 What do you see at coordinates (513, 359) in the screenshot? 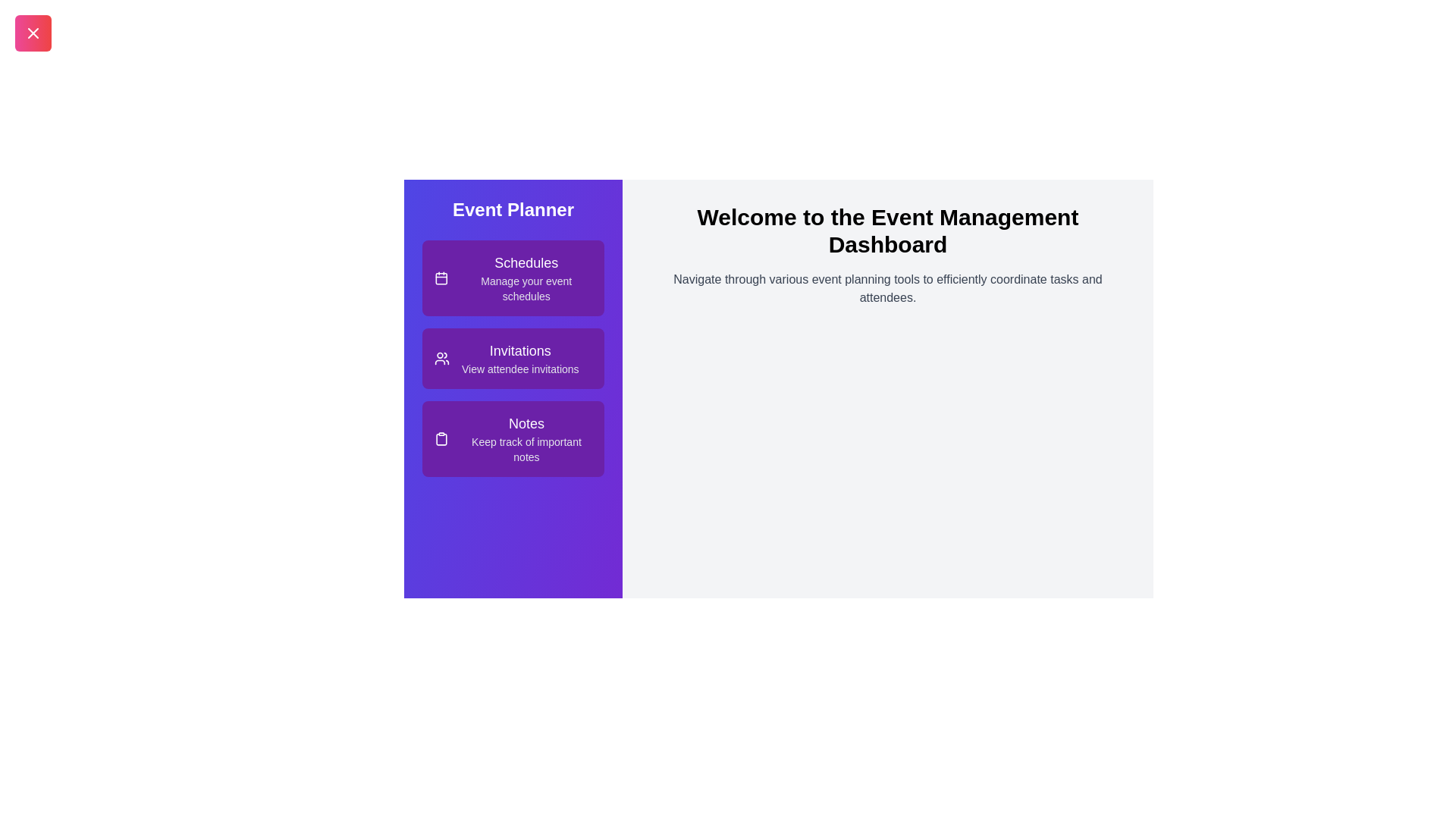
I see `the 'Invitations' item in the Event Planner Drawer` at bounding box center [513, 359].